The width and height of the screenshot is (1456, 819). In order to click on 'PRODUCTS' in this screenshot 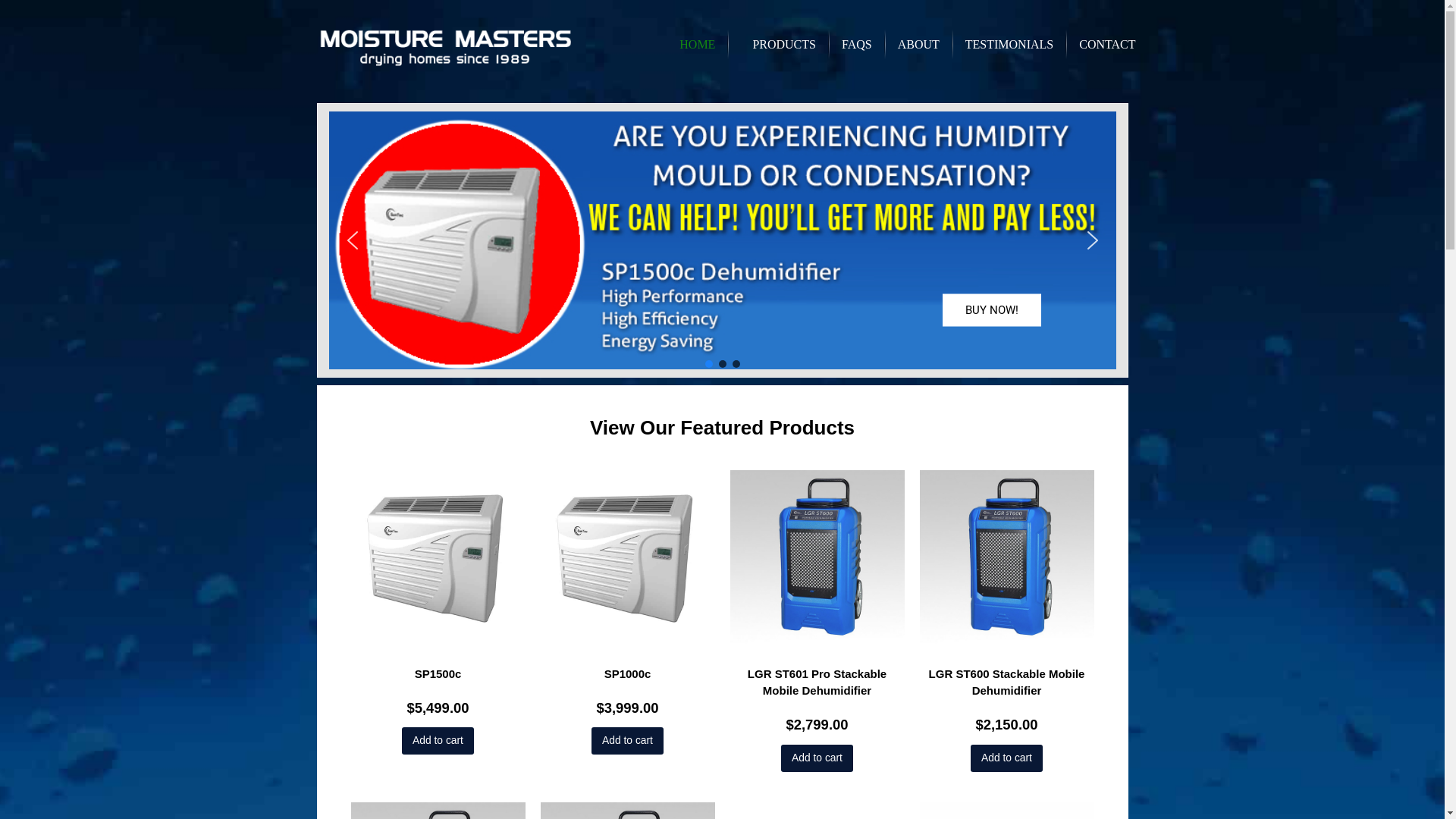, I will do `click(778, 42)`.